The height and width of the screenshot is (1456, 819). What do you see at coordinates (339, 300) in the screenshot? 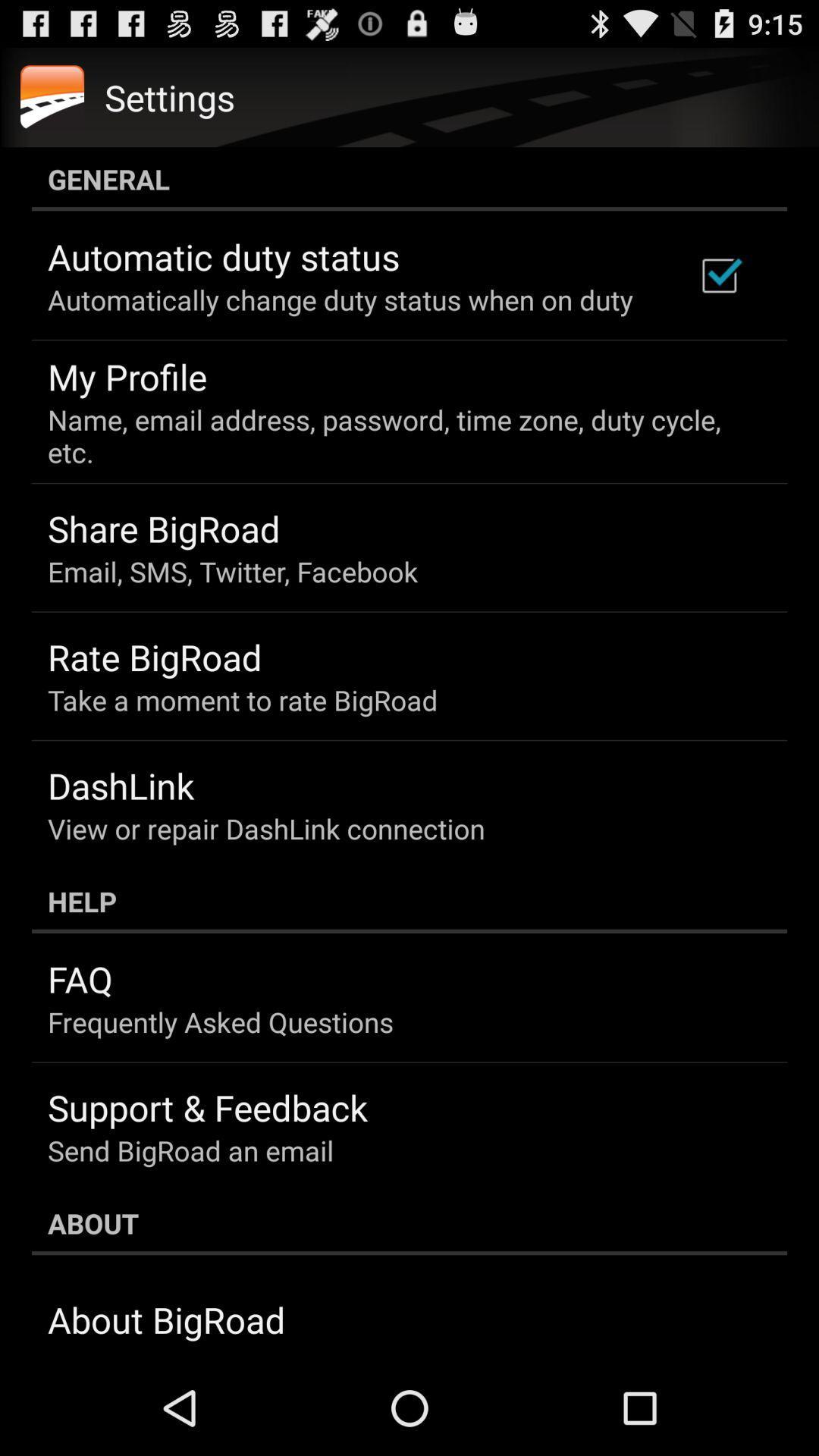
I see `app below the automatic duty status item` at bounding box center [339, 300].